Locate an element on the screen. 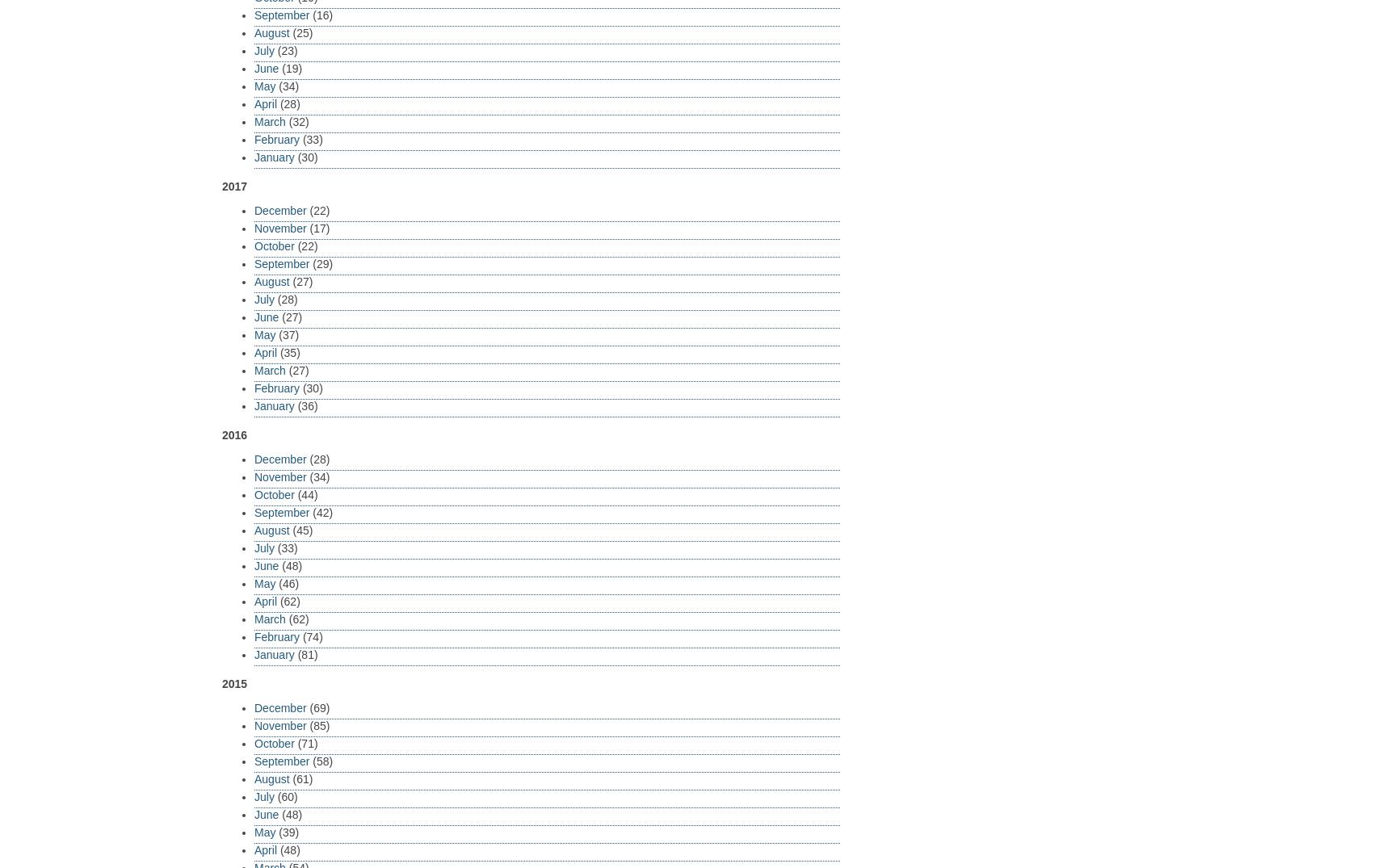 Image resolution: width=1399 pixels, height=868 pixels. '2016' is located at coordinates (233, 434).